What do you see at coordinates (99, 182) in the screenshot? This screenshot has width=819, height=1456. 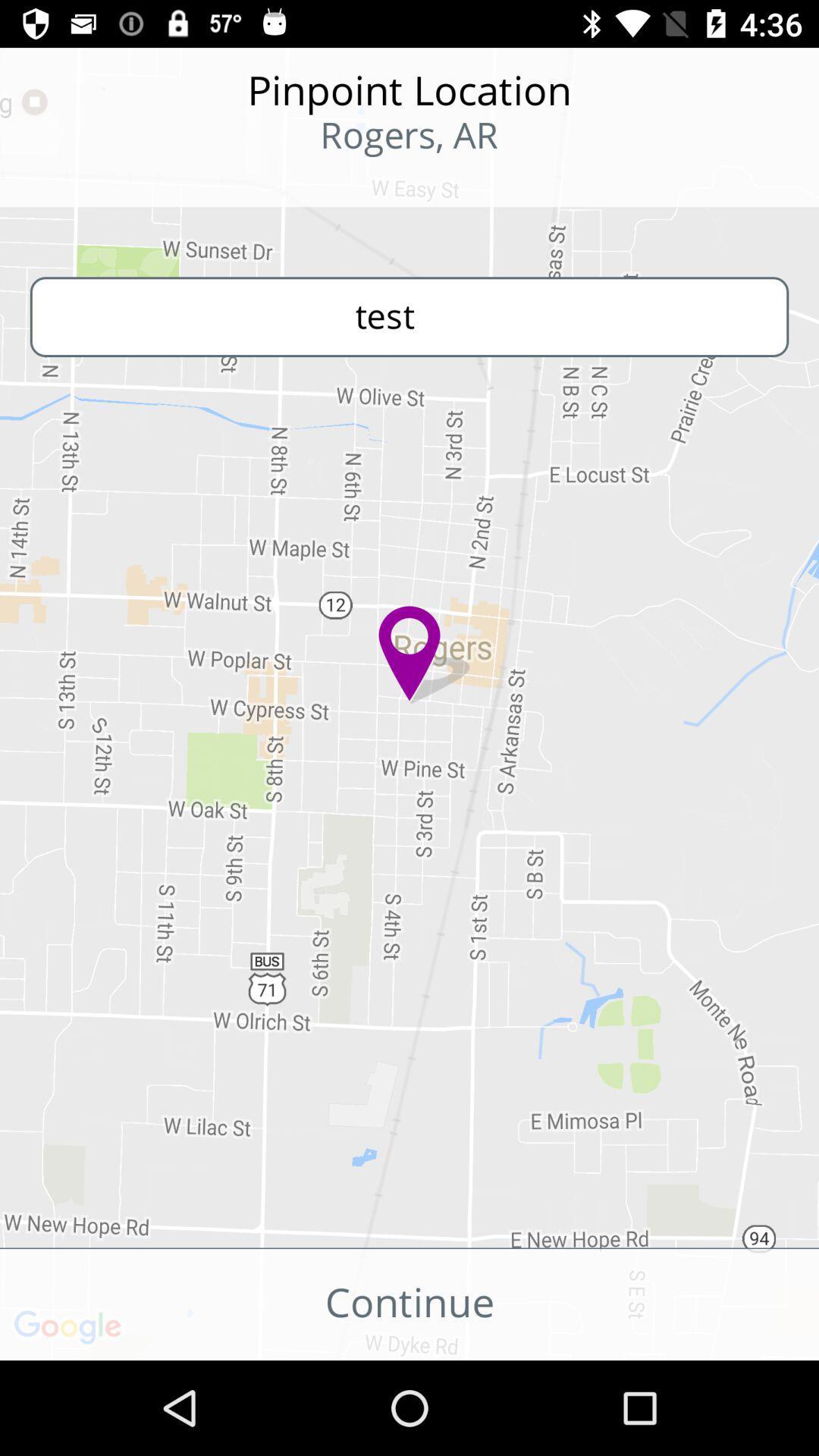 I see `the icon next to rogers, ar item` at bounding box center [99, 182].